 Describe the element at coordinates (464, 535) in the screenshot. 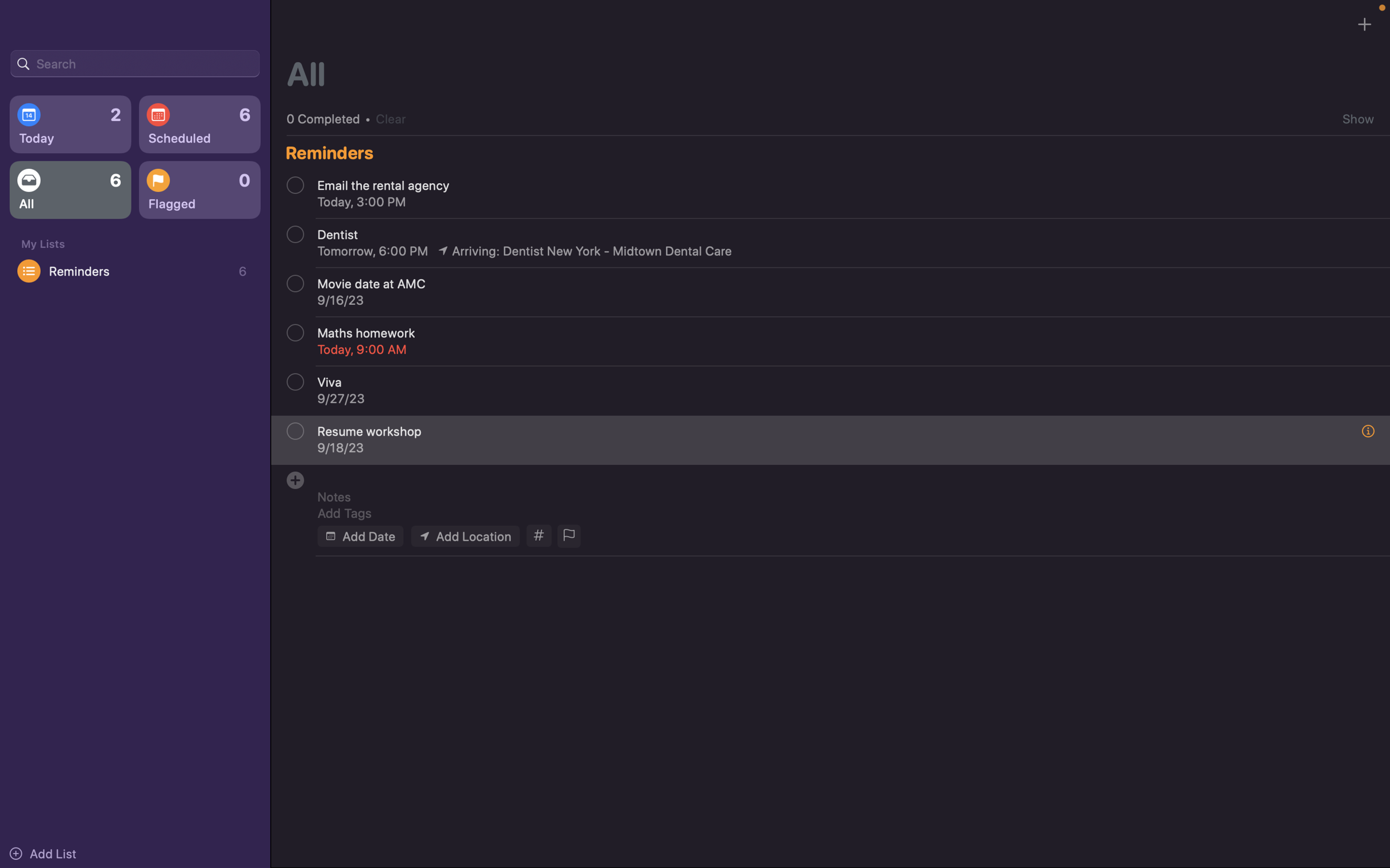

I see `Insert "my house" as the venue of the event` at that location.